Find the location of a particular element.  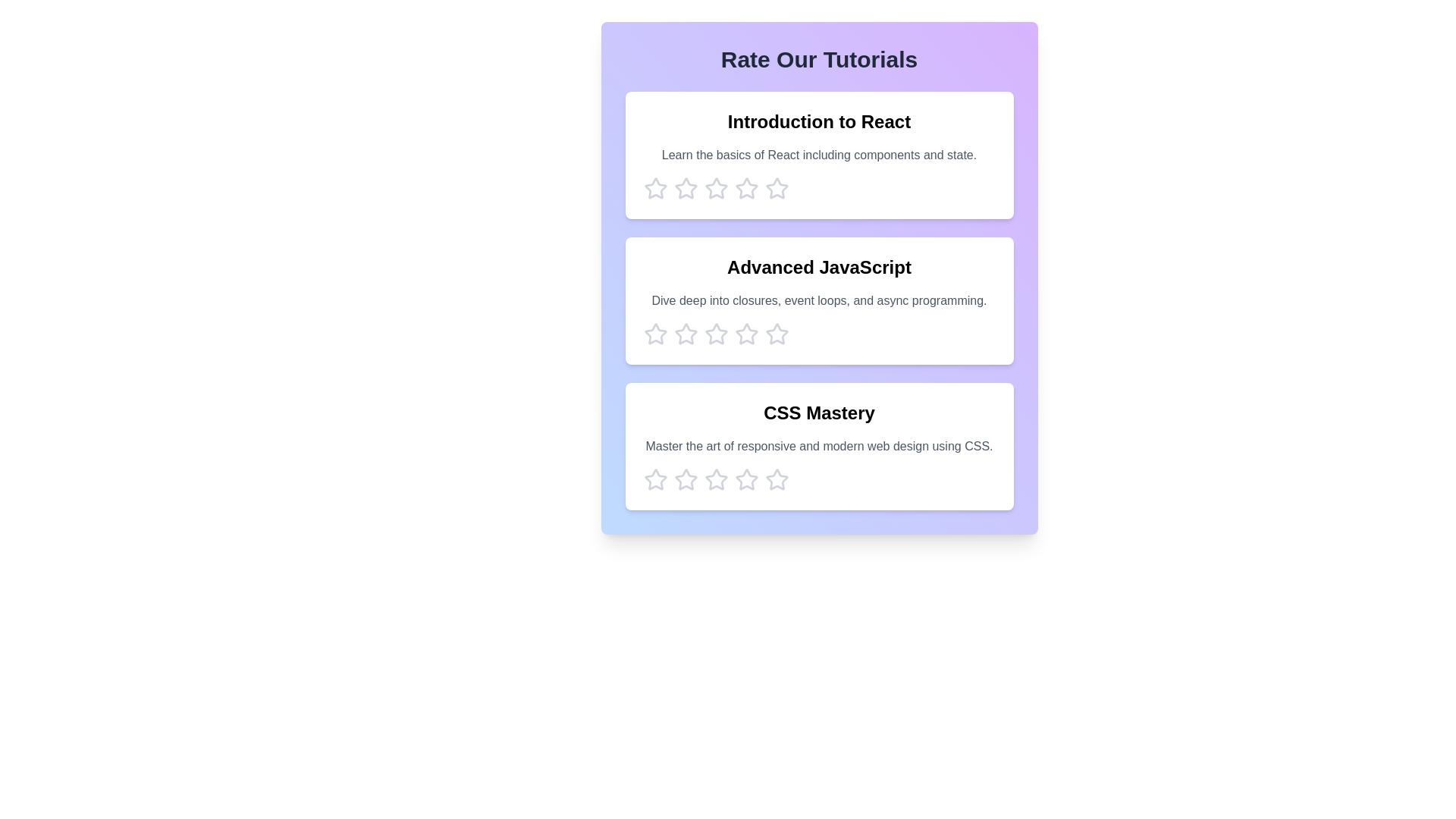

the star corresponding to 1 stars to preview the rating effect is located at coordinates (655, 188).